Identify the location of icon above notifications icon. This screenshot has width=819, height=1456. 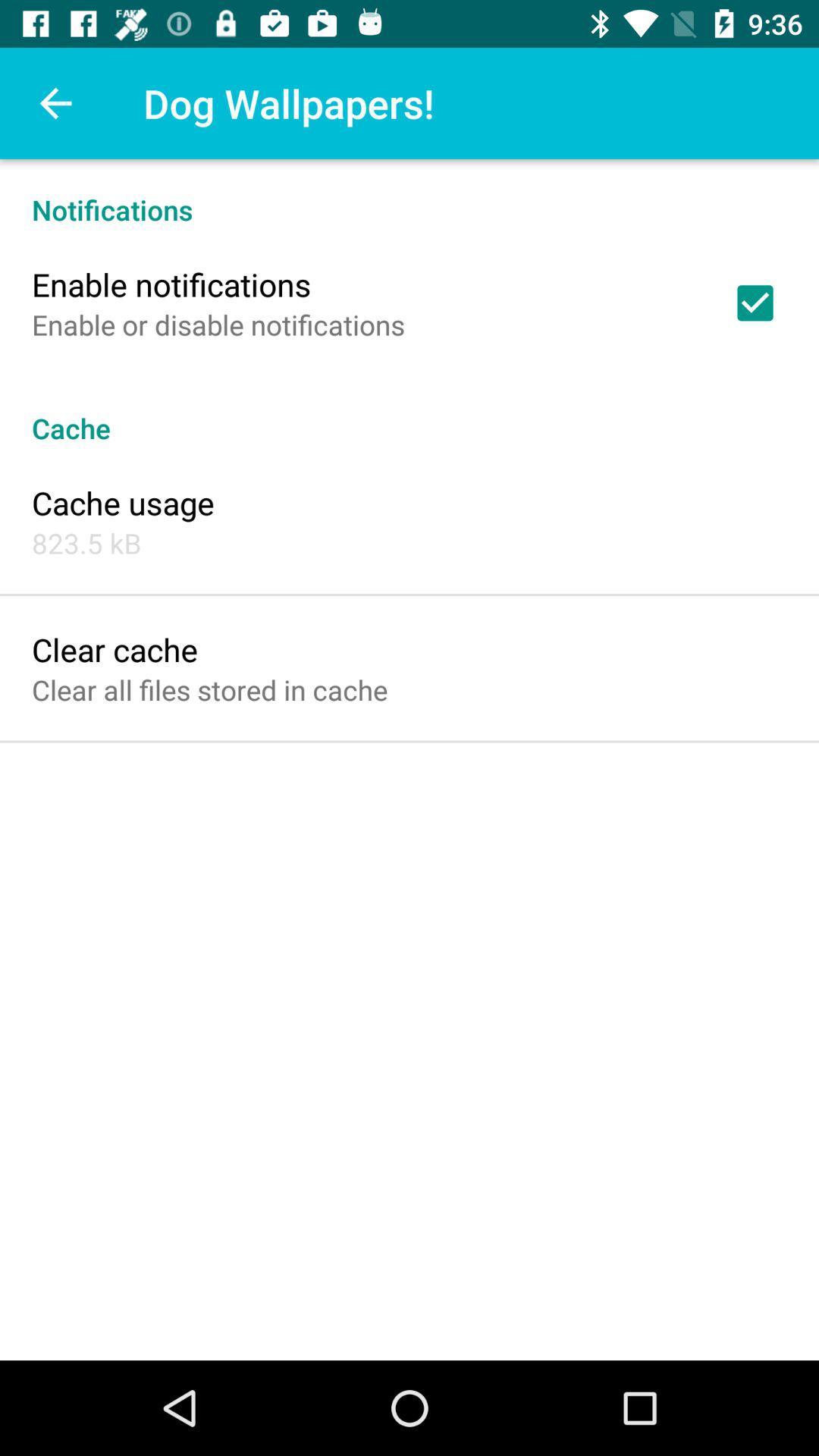
(55, 102).